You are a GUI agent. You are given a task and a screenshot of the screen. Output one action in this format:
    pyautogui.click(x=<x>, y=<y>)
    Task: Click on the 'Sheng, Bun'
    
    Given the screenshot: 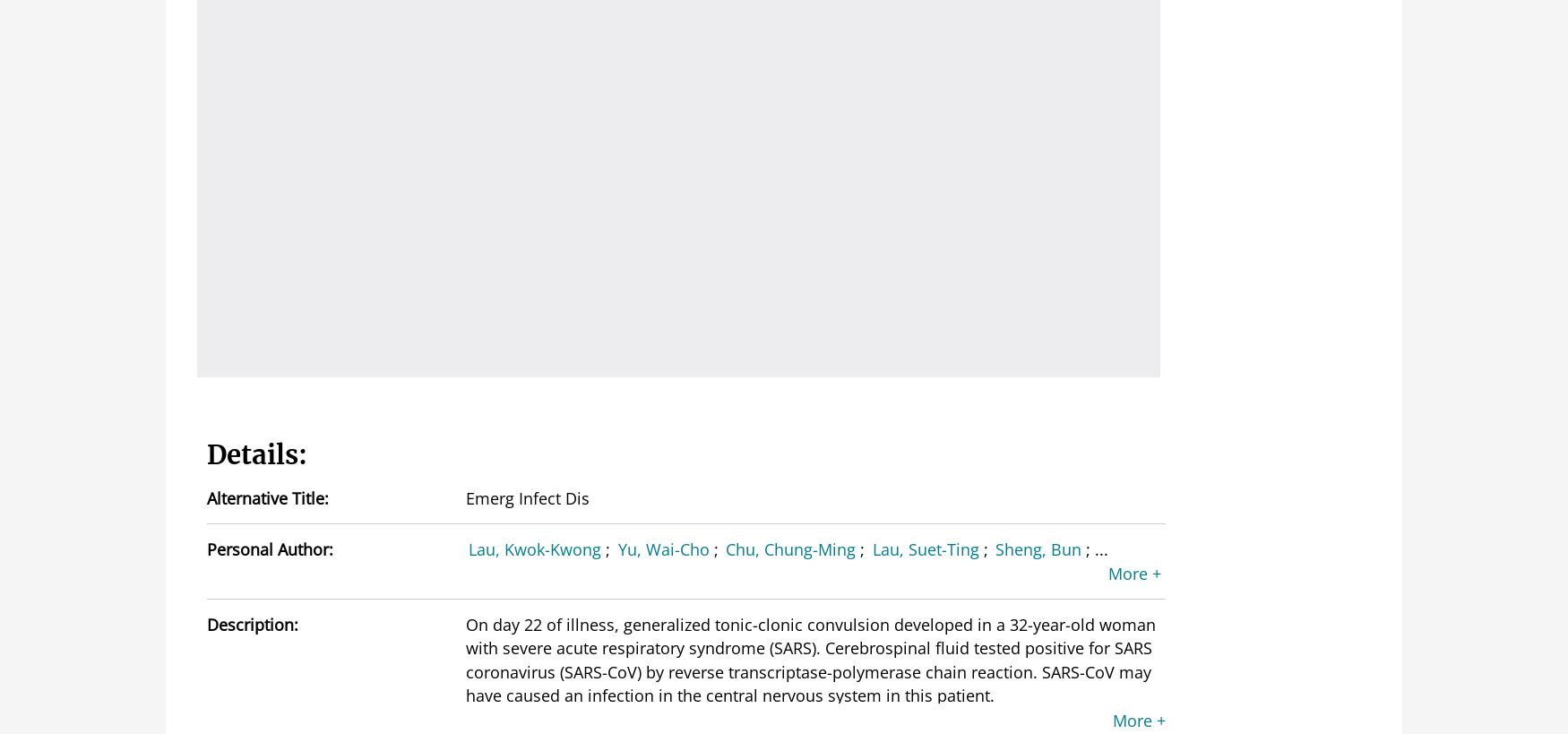 What is the action you would take?
    pyautogui.click(x=995, y=548)
    